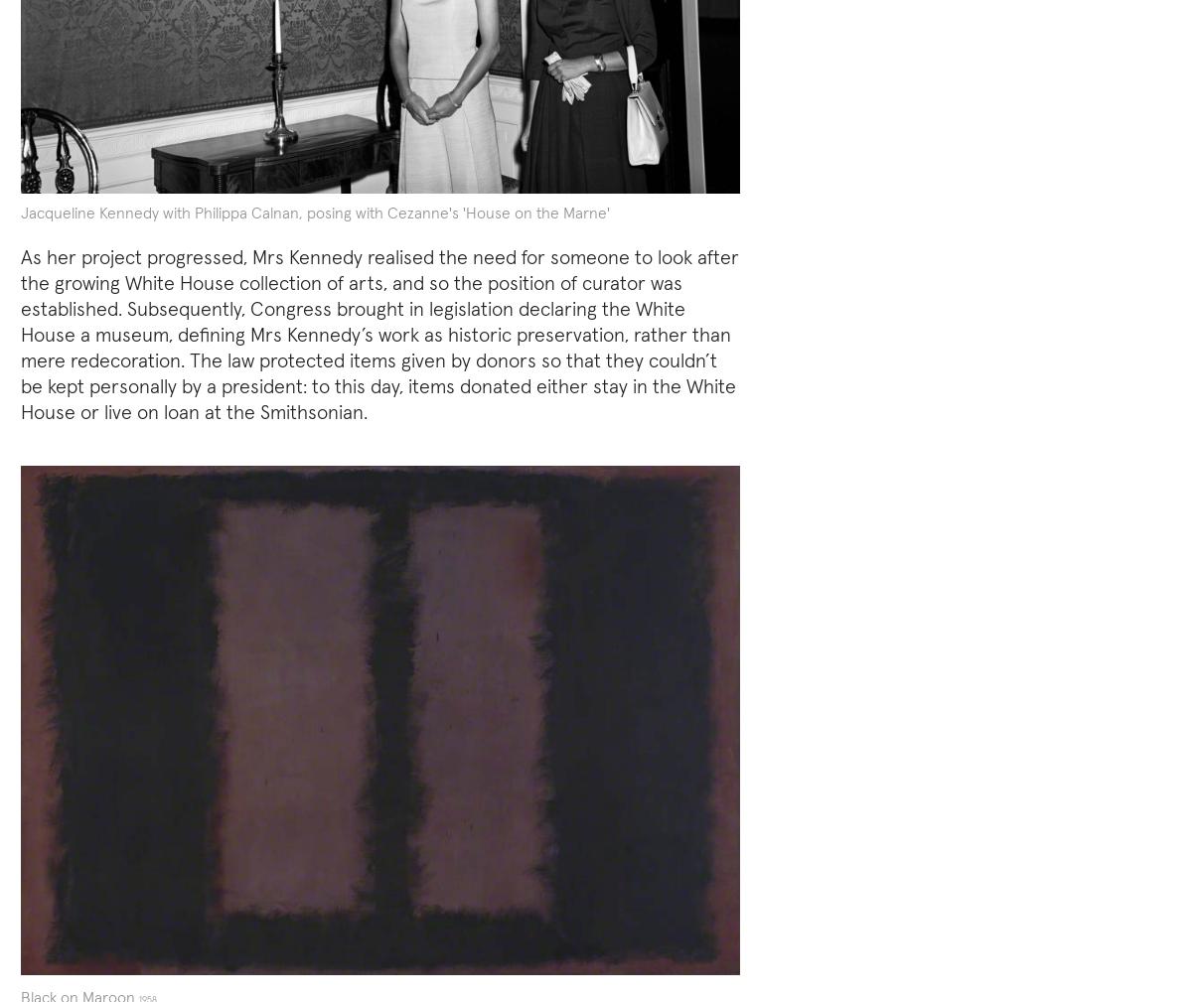  Describe the element at coordinates (470, 815) in the screenshot. I see `'wartime leader himself'` at that location.